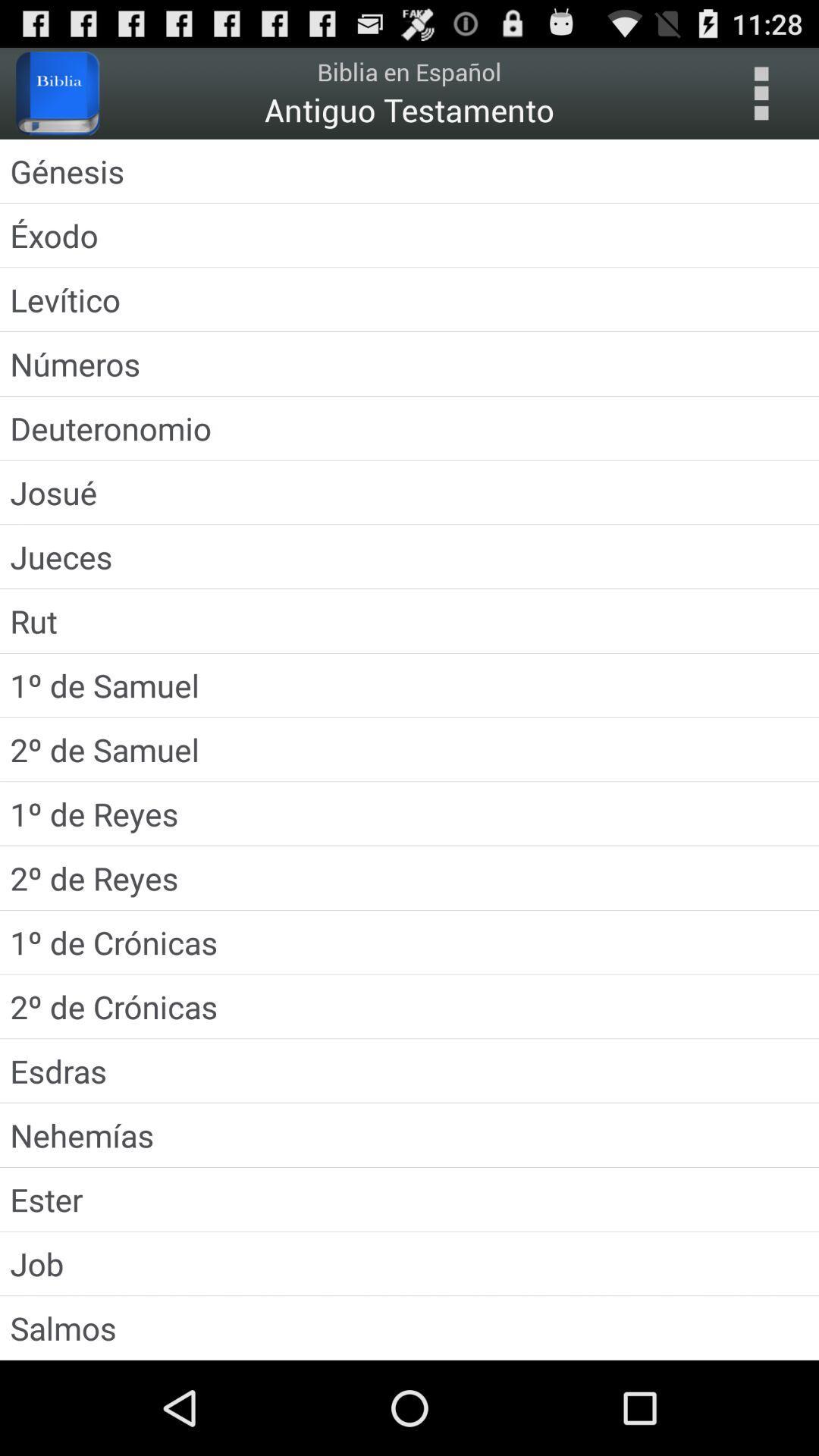 Image resolution: width=819 pixels, height=1456 pixels. I want to click on rut item, so click(409, 621).